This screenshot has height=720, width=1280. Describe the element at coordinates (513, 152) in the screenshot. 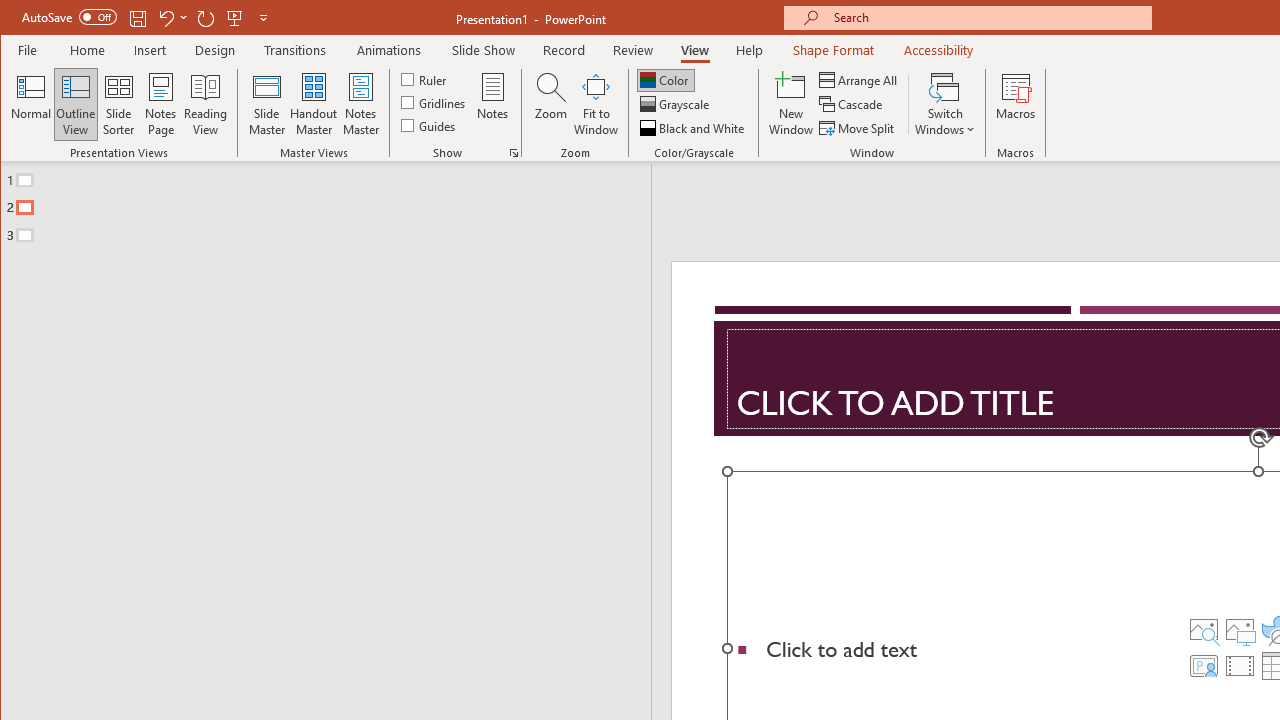

I see `'Grid Settings...'` at that location.